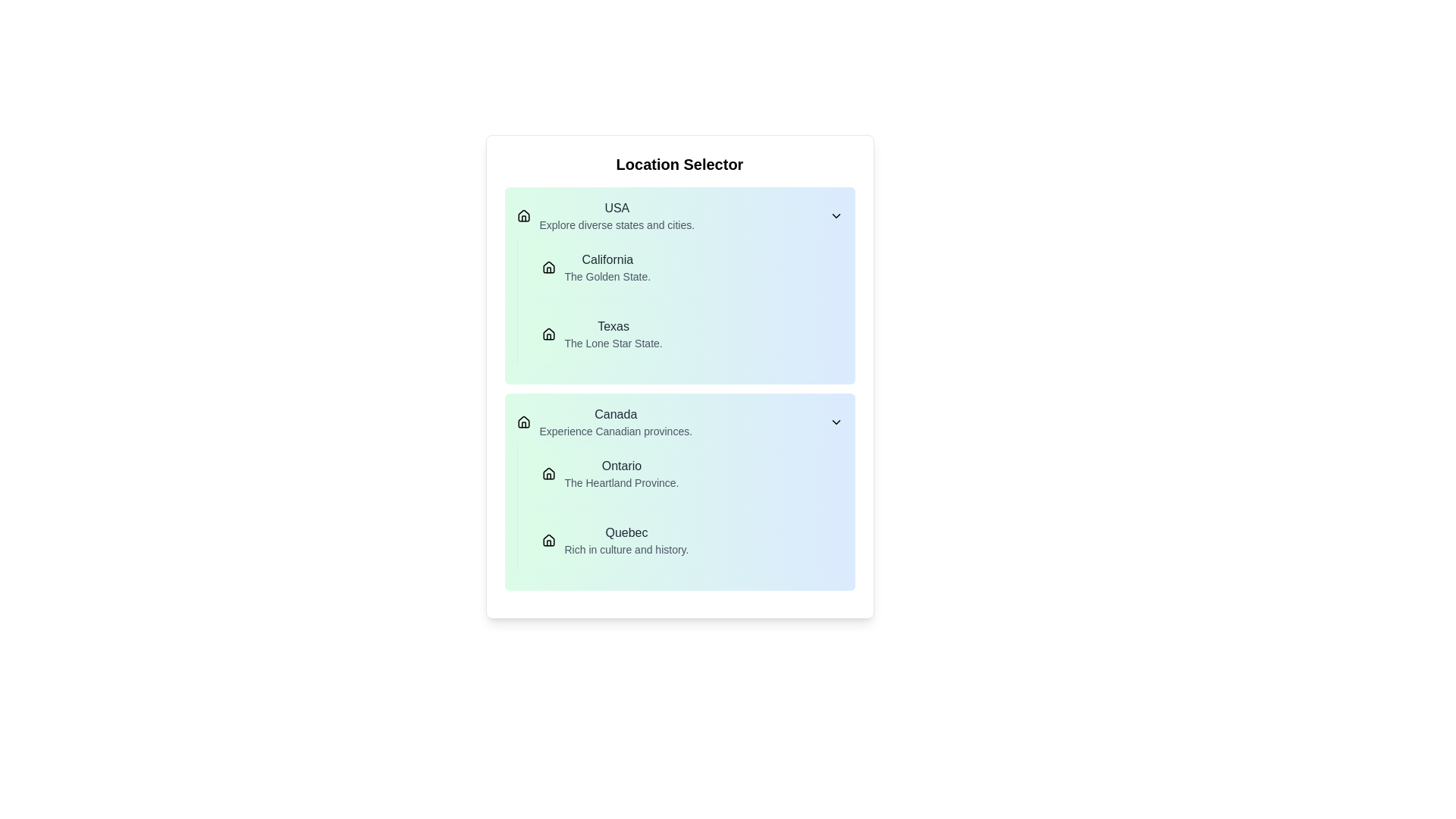 Image resolution: width=1456 pixels, height=819 pixels. What do you see at coordinates (617, 225) in the screenshot?
I see `the text label displaying 'Explore diverse states and cities.' which is styled in small gray text and positioned below the 'USA' text label` at bounding box center [617, 225].